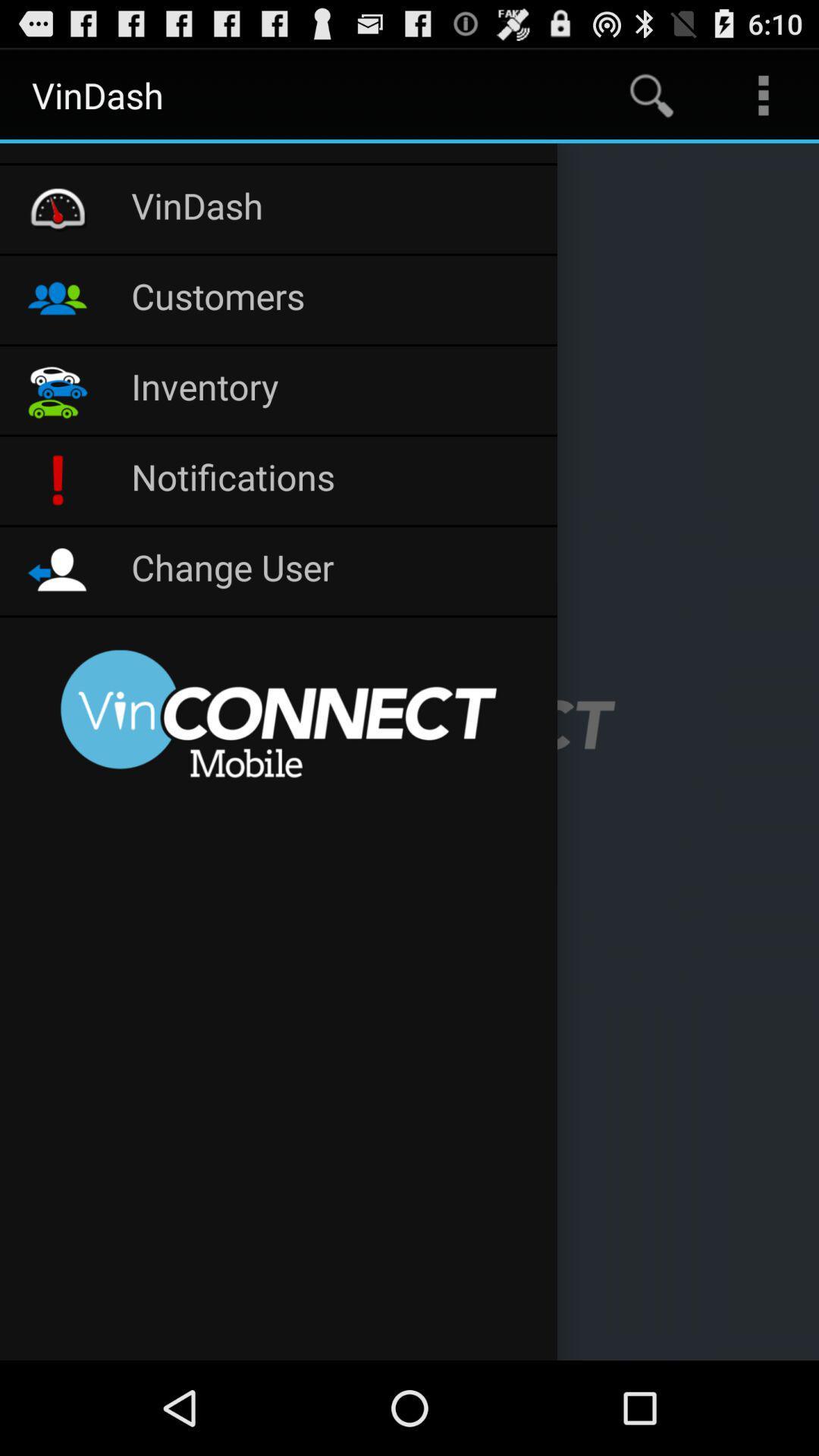  I want to click on customers item, so click(335, 300).